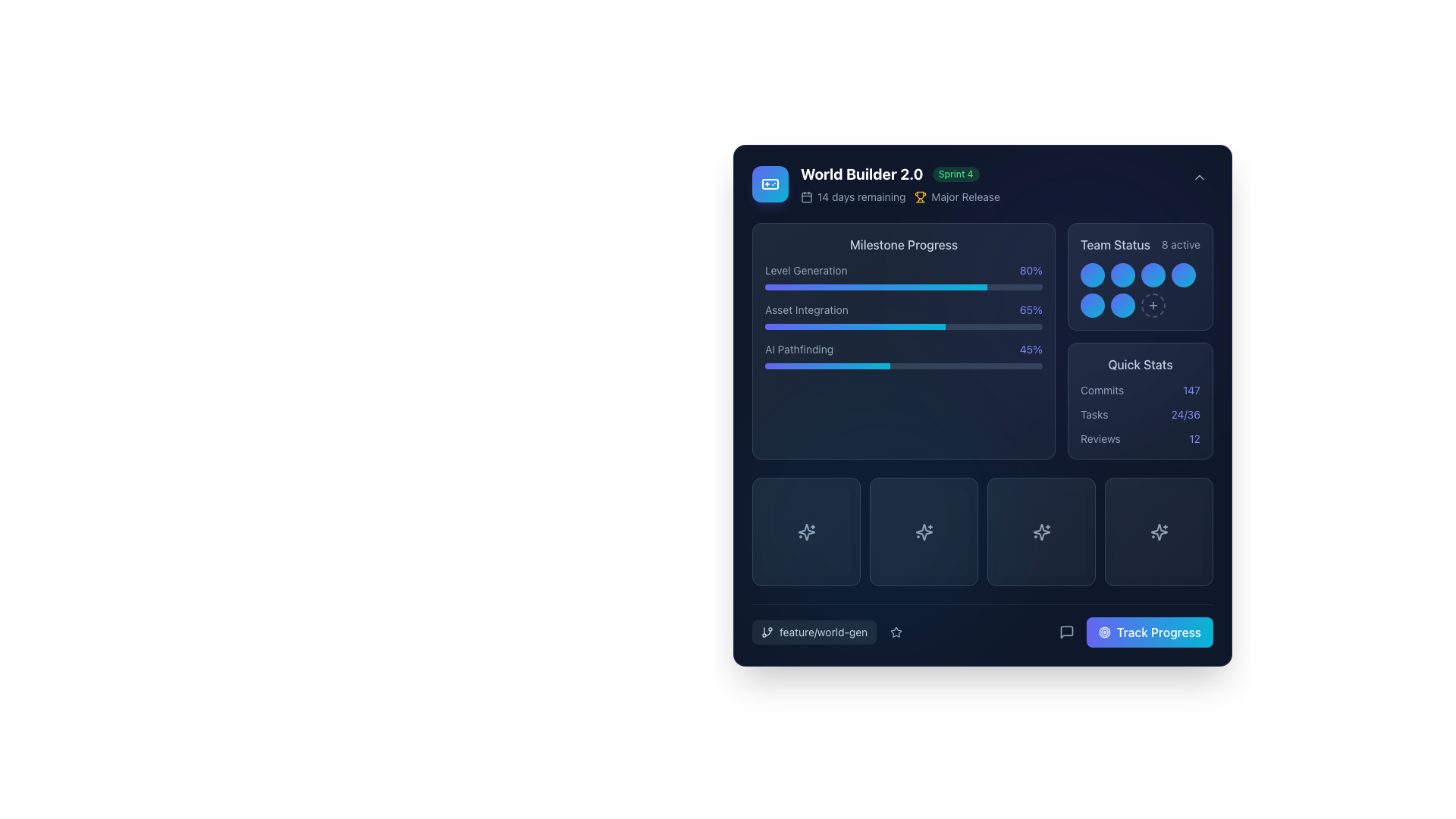  I want to click on the small pill-shaped badge with a green background featuring the text 'Sprint 4', positioned to the right of 'World Builder 2.0', so click(955, 174).